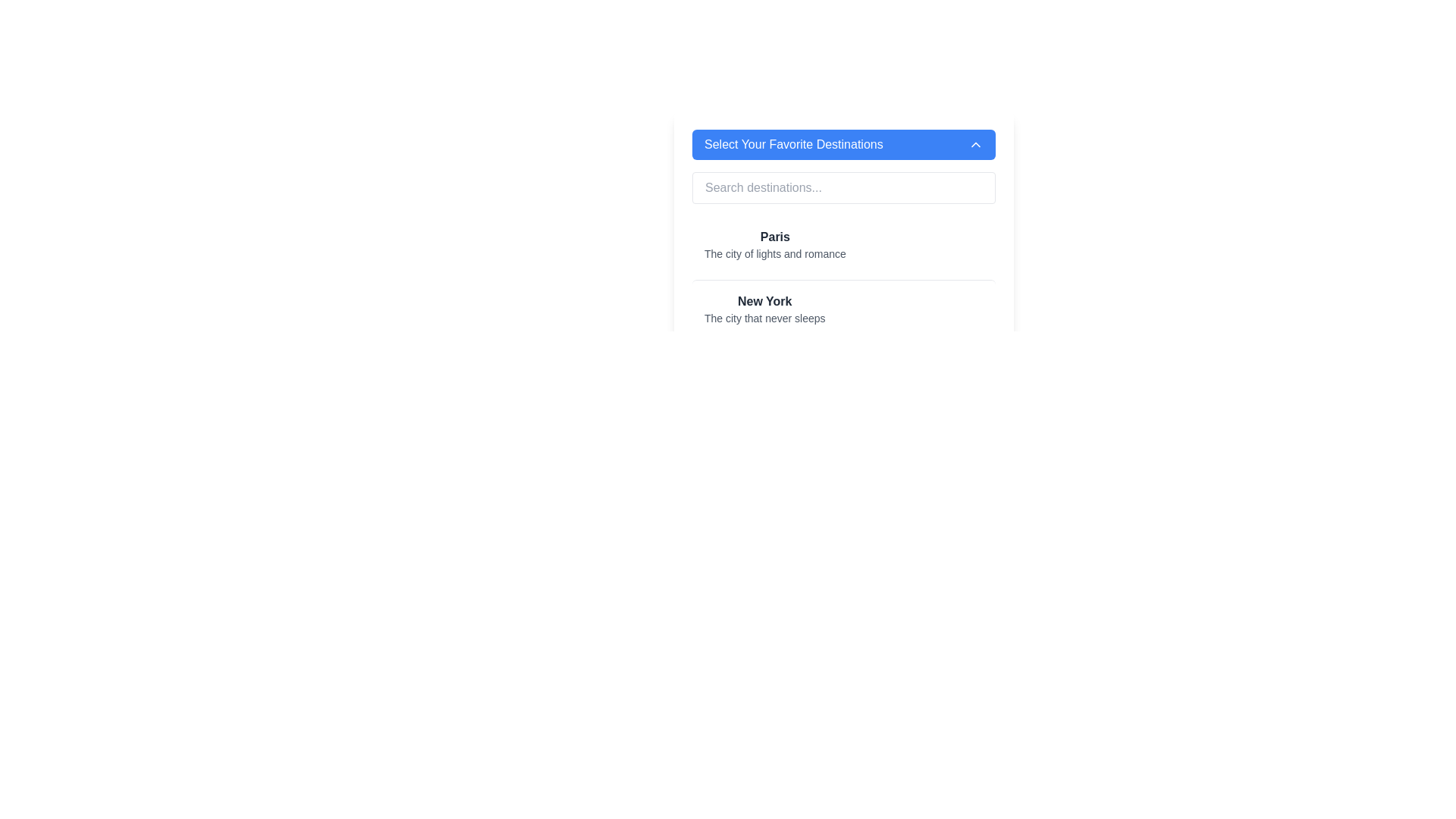 The width and height of the screenshot is (1456, 819). What do you see at coordinates (775, 253) in the screenshot?
I see `the text label reading 'The city of lights and romance', which is positioned beneath the title 'Paris'` at bounding box center [775, 253].